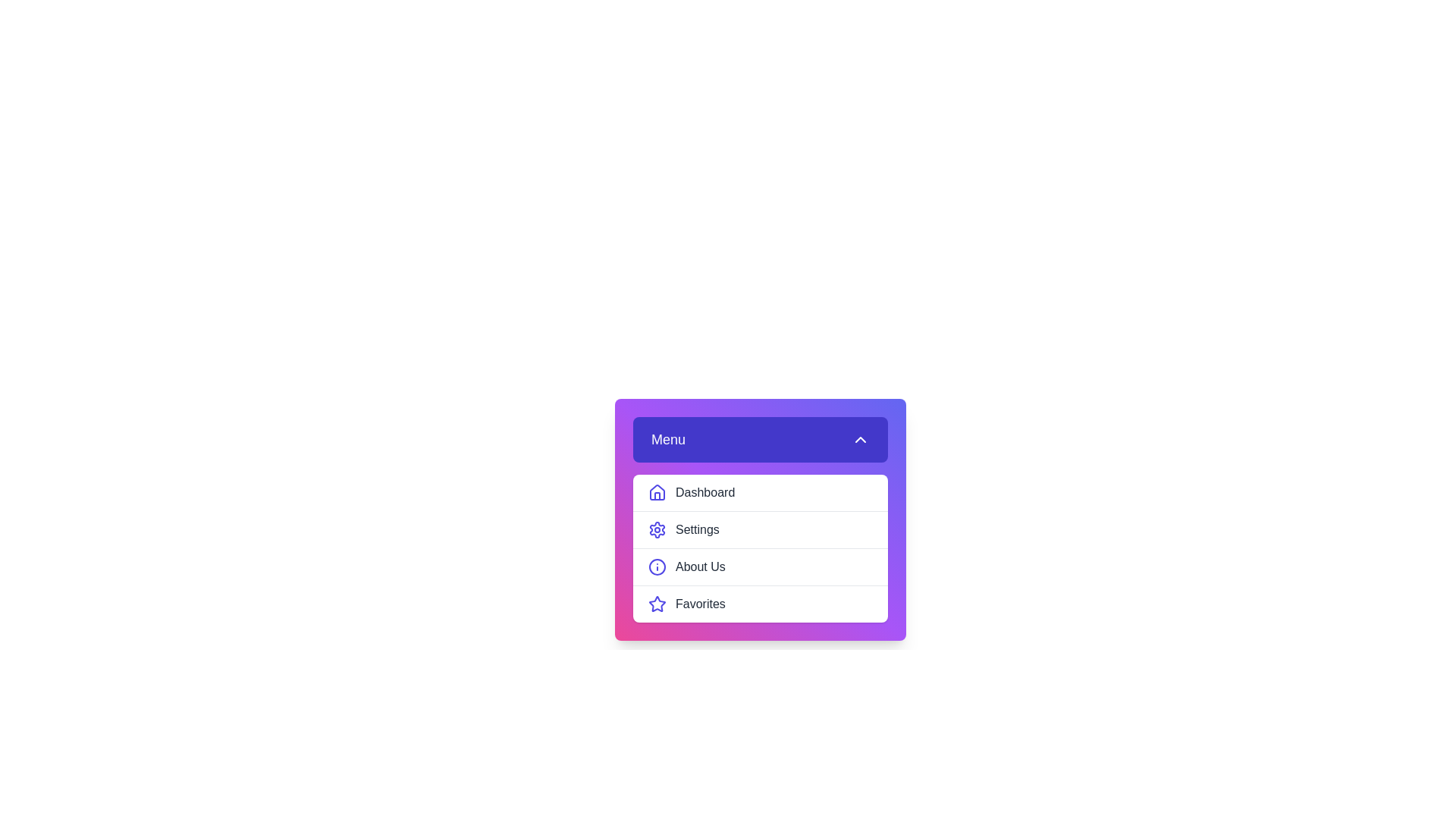 Image resolution: width=1456 pixels, height=819 pixels. Describe the element at coordinates (657, 604) in the screenshot. I see `the icon next to the menu item Favorites` at that location.